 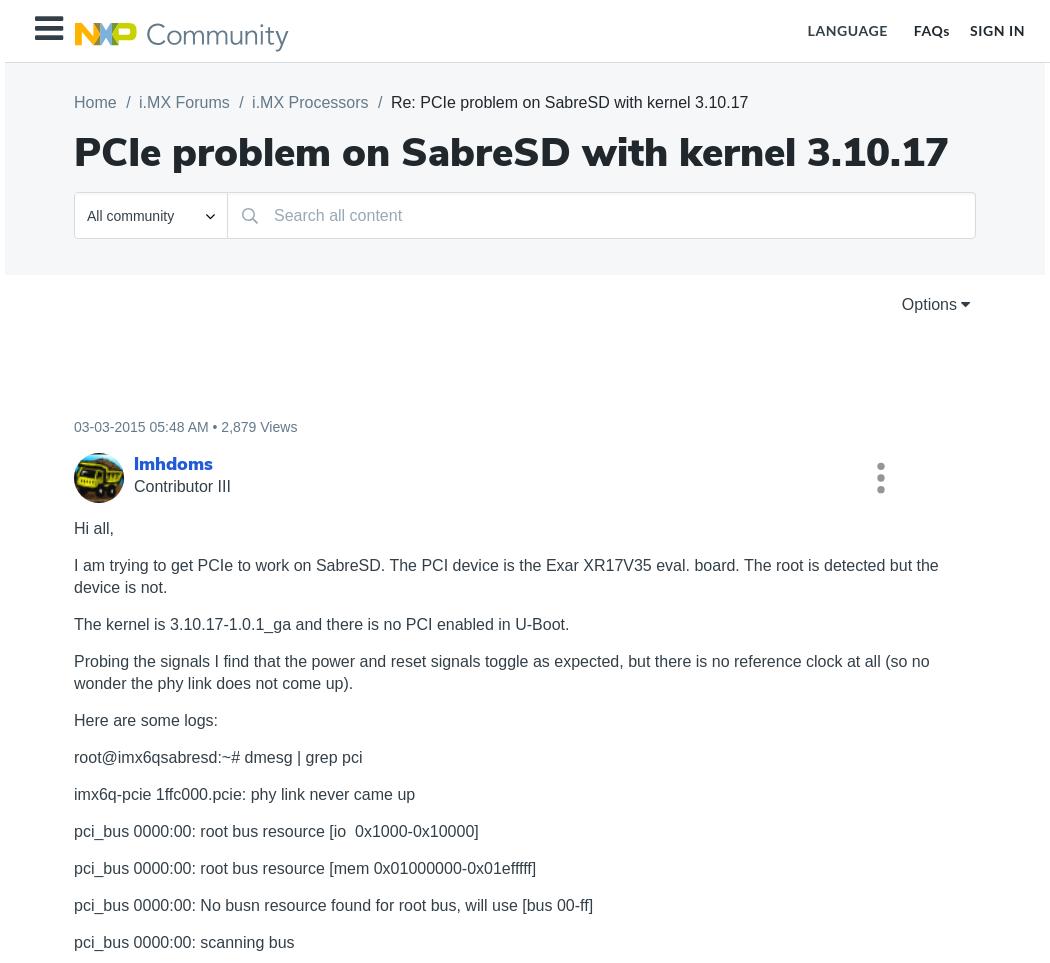 I want to click on 'i.MX Processors', so click(x=309, y=101).